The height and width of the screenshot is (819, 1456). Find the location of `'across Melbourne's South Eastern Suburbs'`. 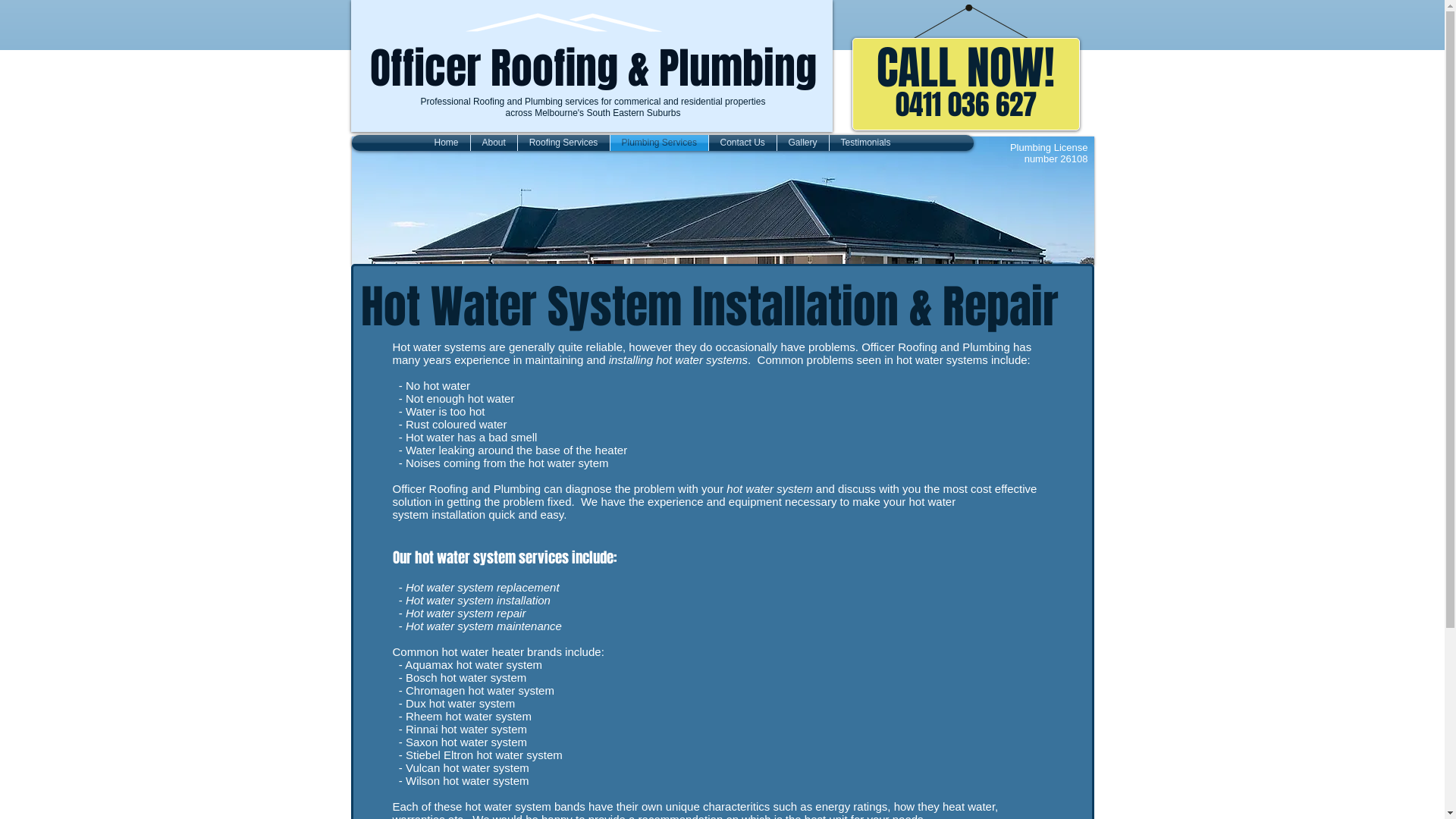

'across Melbourne's South Eastern Suburbs' is located at coordinates (591, 112).